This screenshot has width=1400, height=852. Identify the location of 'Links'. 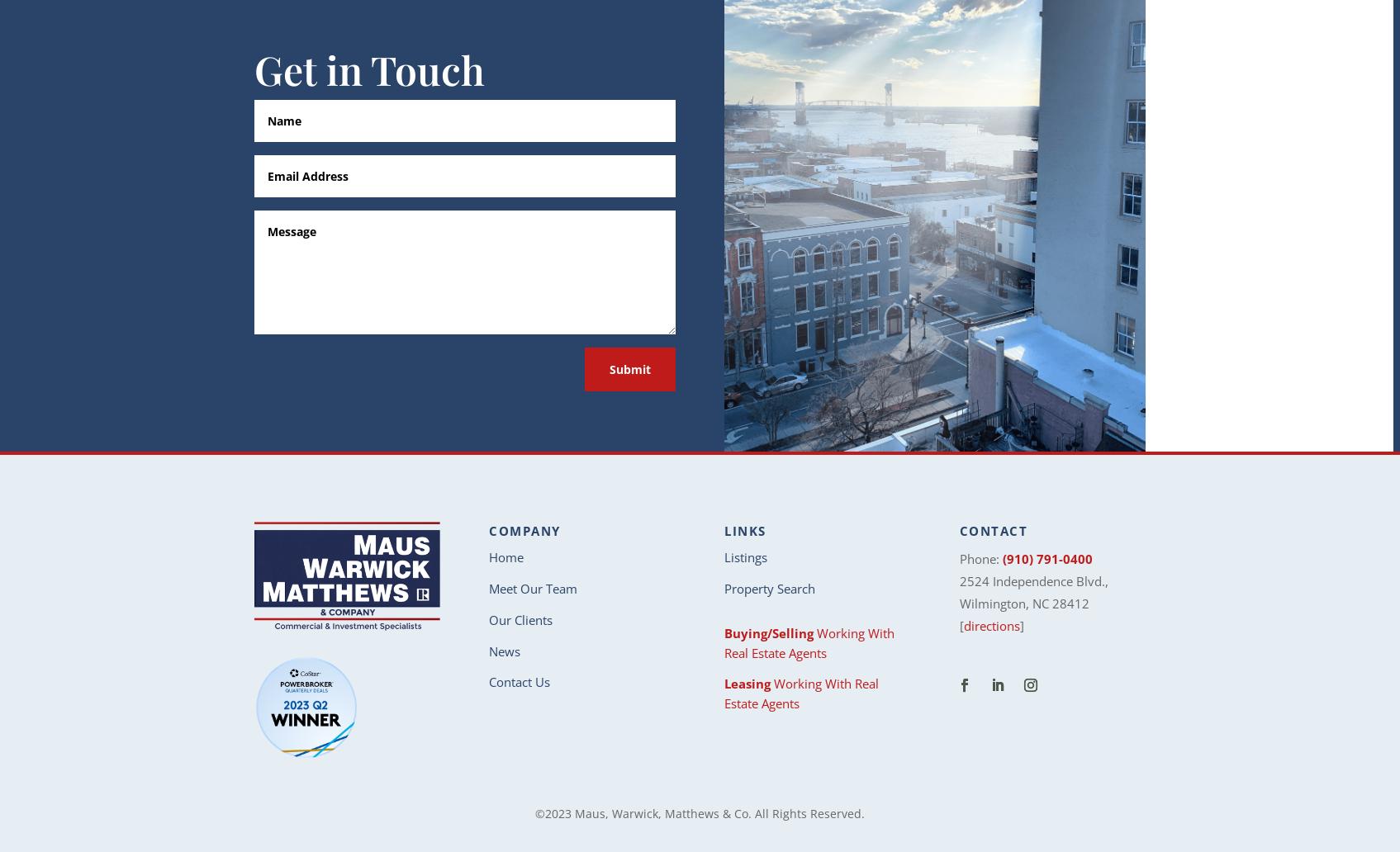
(744, 530).